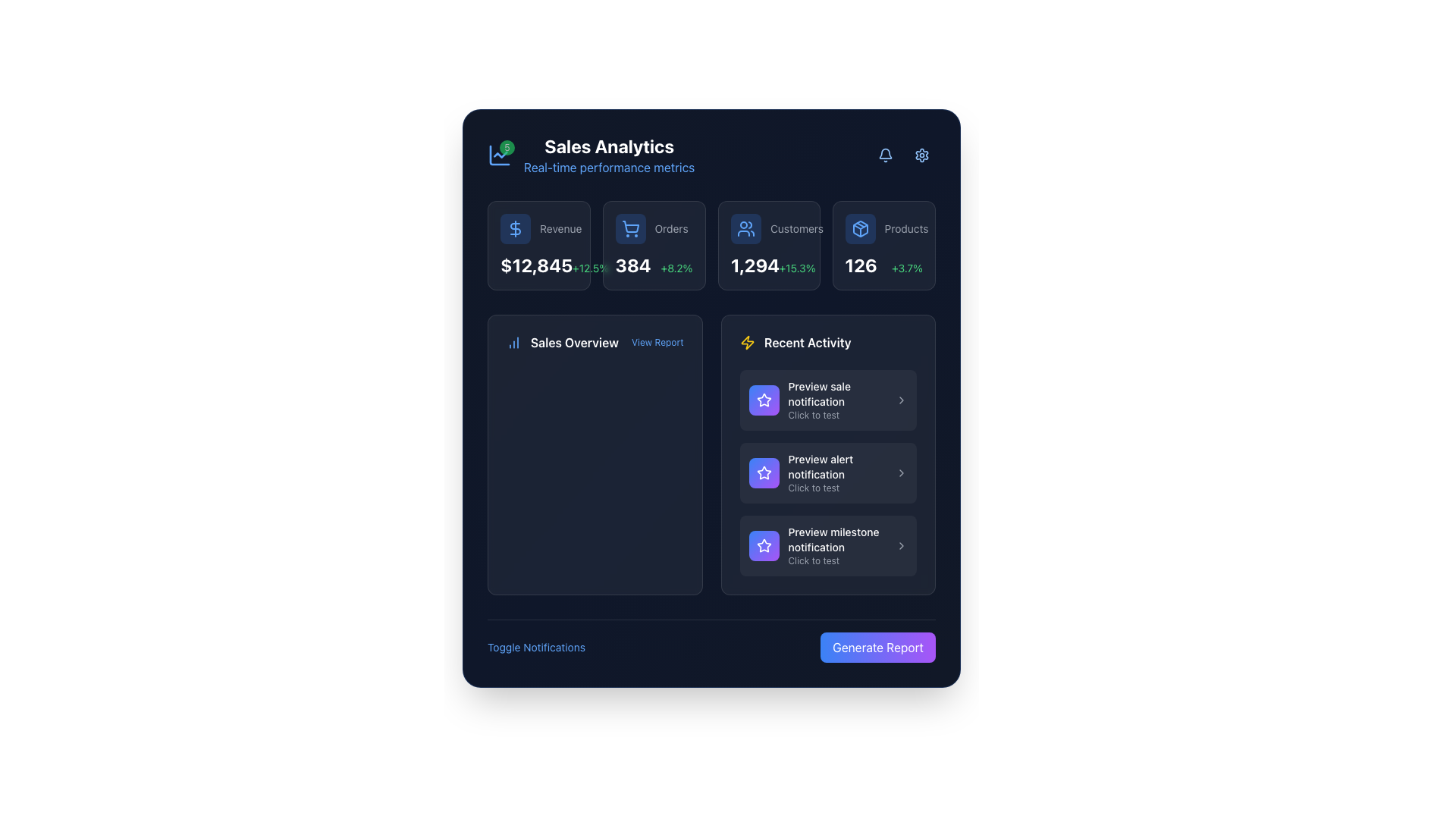  What do you see at coordinates (745, 228) in the screenshot?
I see `the user avatars icon, which is the third icon in a horizontal menu, outlined in blue and positioned between a shopping cart icon and a box icon` at bounding box center [745, 228].